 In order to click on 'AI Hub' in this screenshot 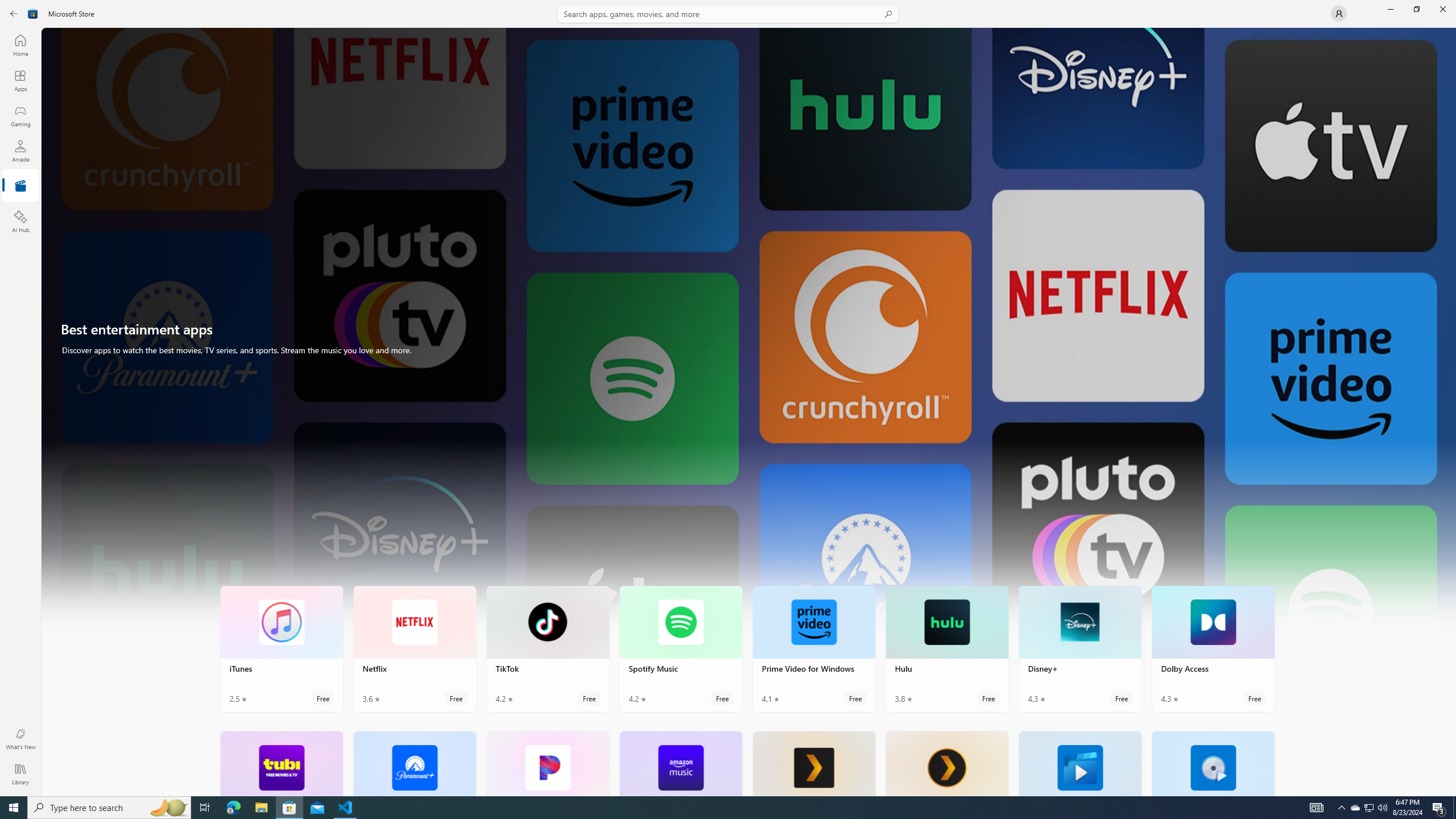, I will do `click(19, 221)`.